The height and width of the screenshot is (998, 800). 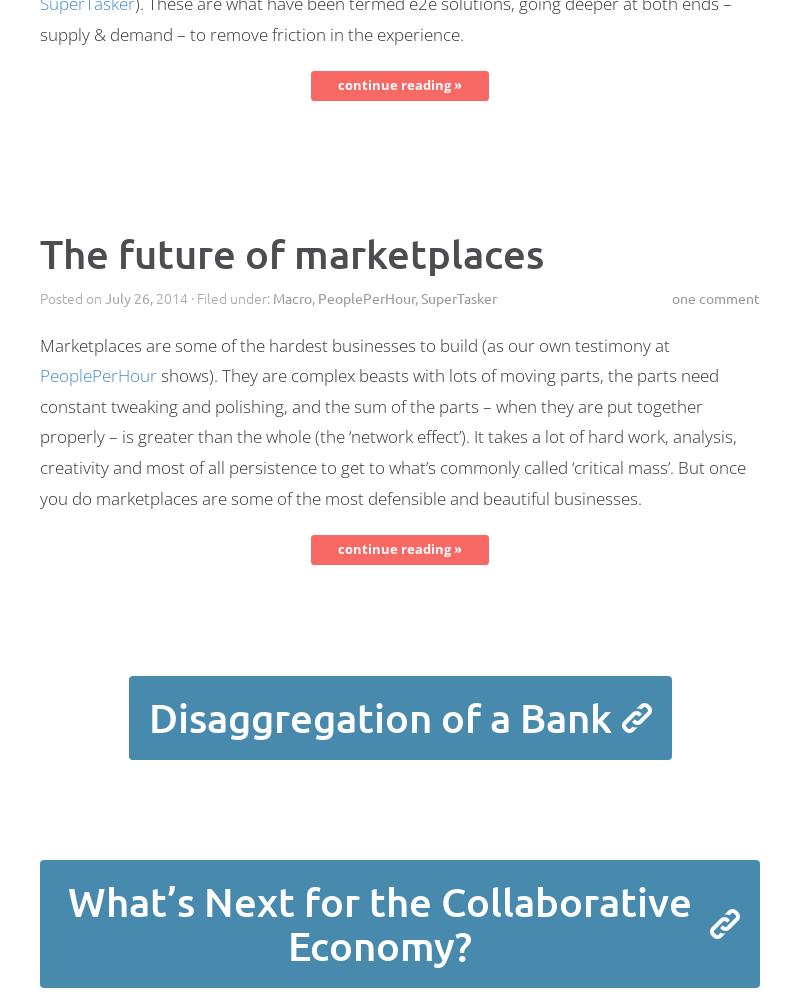 I want to click on 'Marketplaces are some of the hardest businesses to build (as our own testimony at', so click(x=355, y=344).